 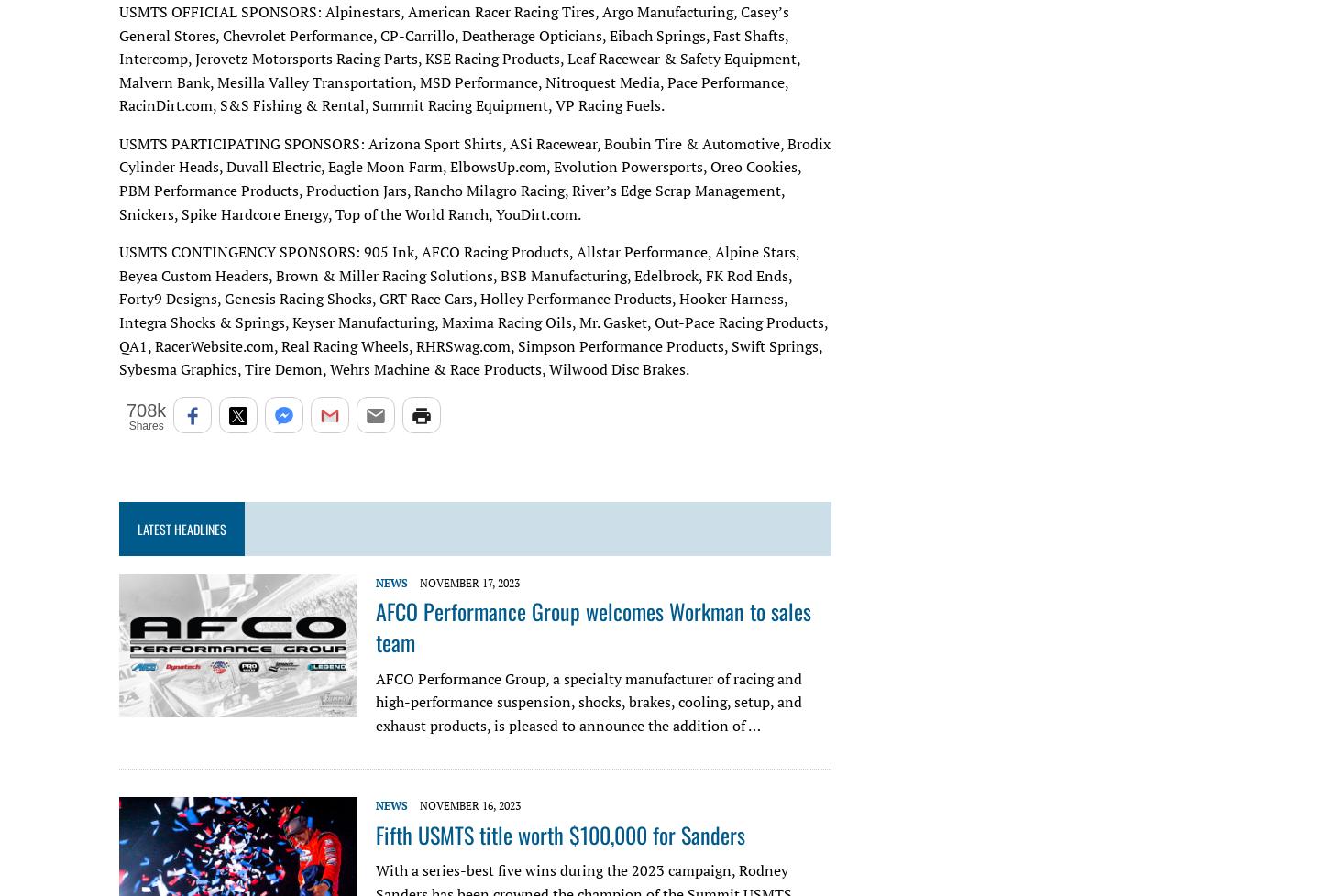 I want to click on '708k', so click(x=145, y=409).